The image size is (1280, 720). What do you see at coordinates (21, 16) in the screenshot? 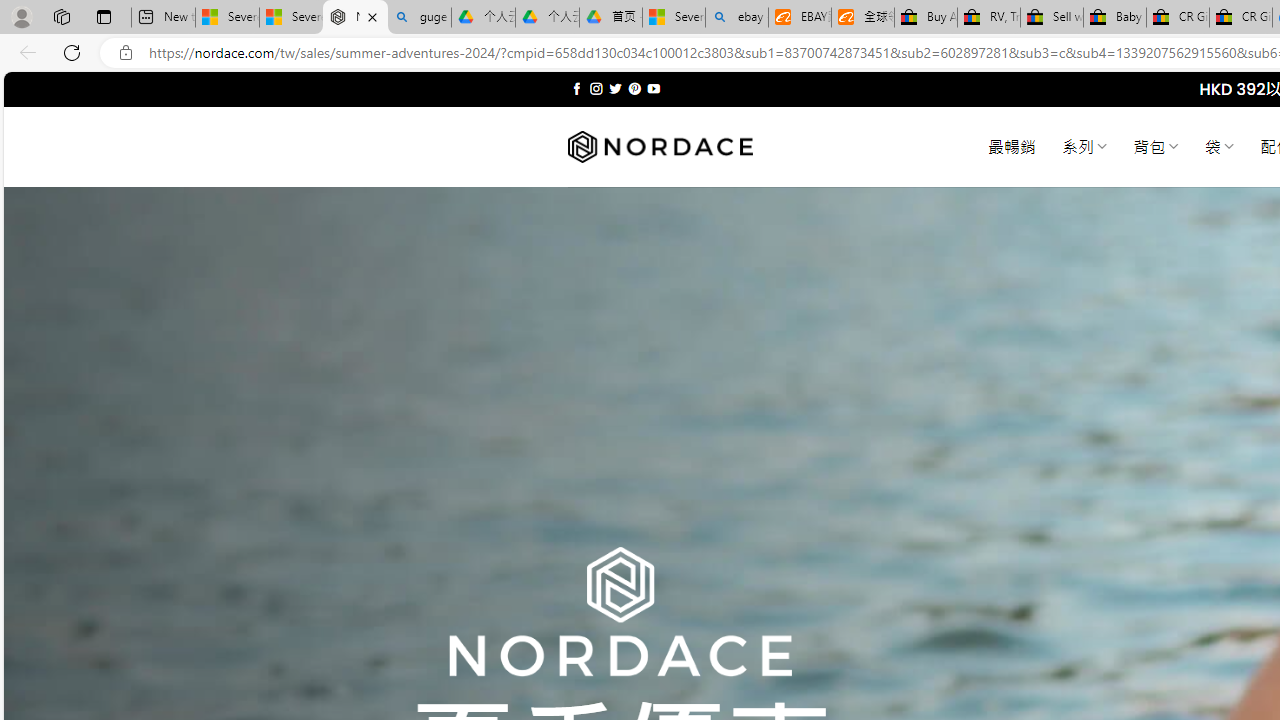
I see `'Personal Profile'` at bounding box center [21, 16].